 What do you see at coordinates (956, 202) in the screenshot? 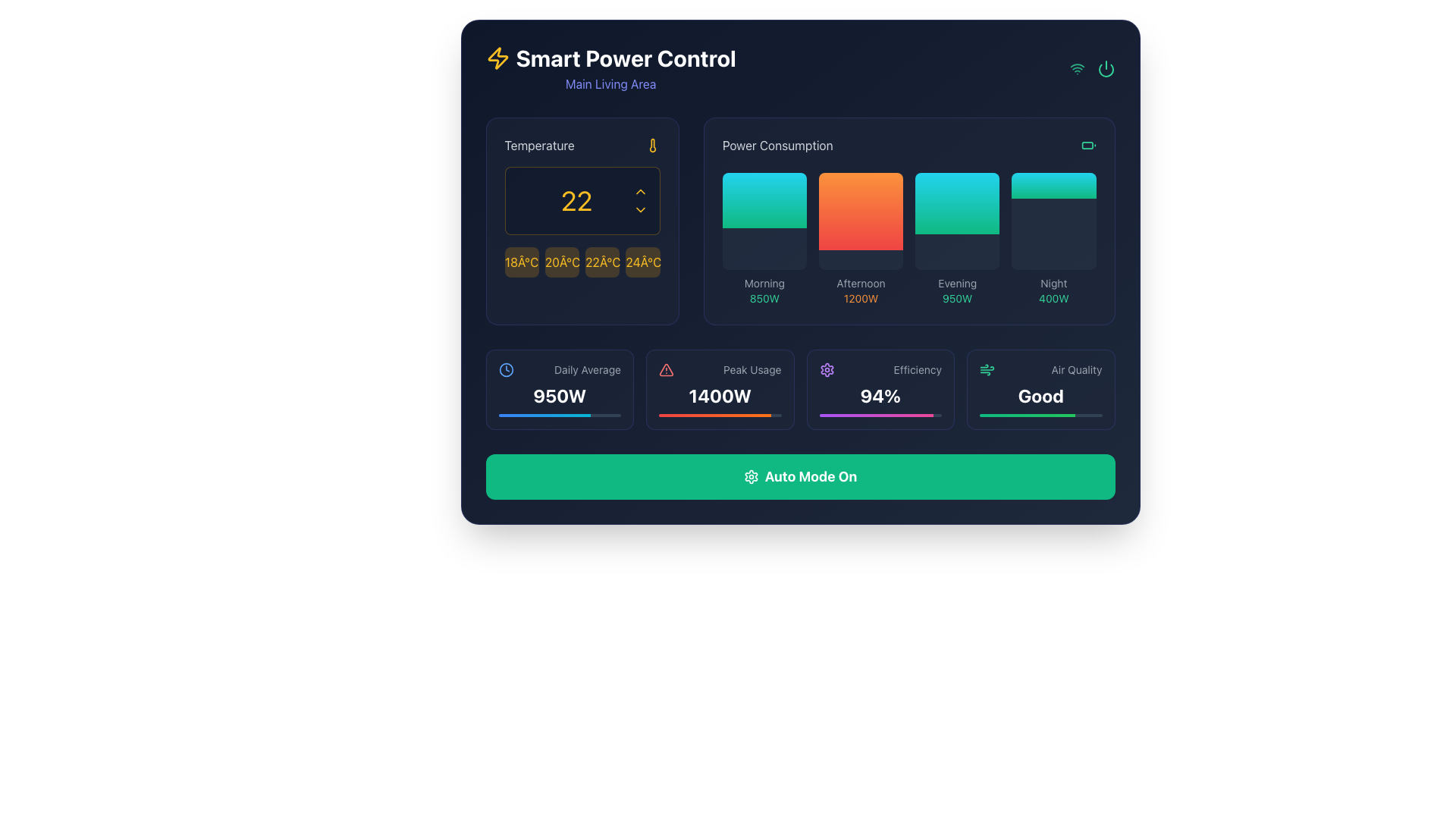
I see `the gradient-colored progress bar located in the 'Evening' section under 'Power Consumption'` at bounding box center [956, 202].